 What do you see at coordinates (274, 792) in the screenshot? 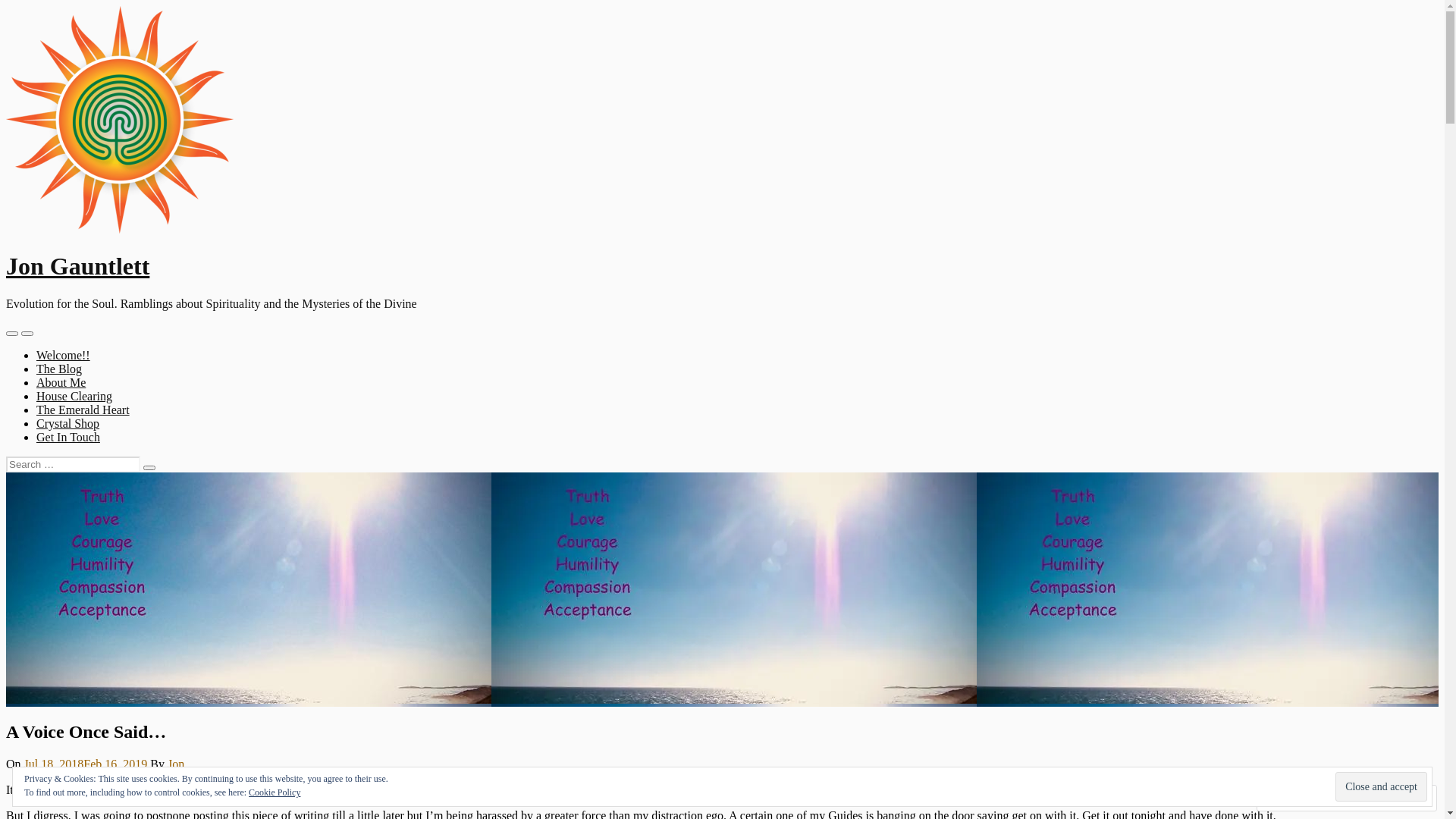
I see `'Cookie Policy'` at bounding box center [274, 792].